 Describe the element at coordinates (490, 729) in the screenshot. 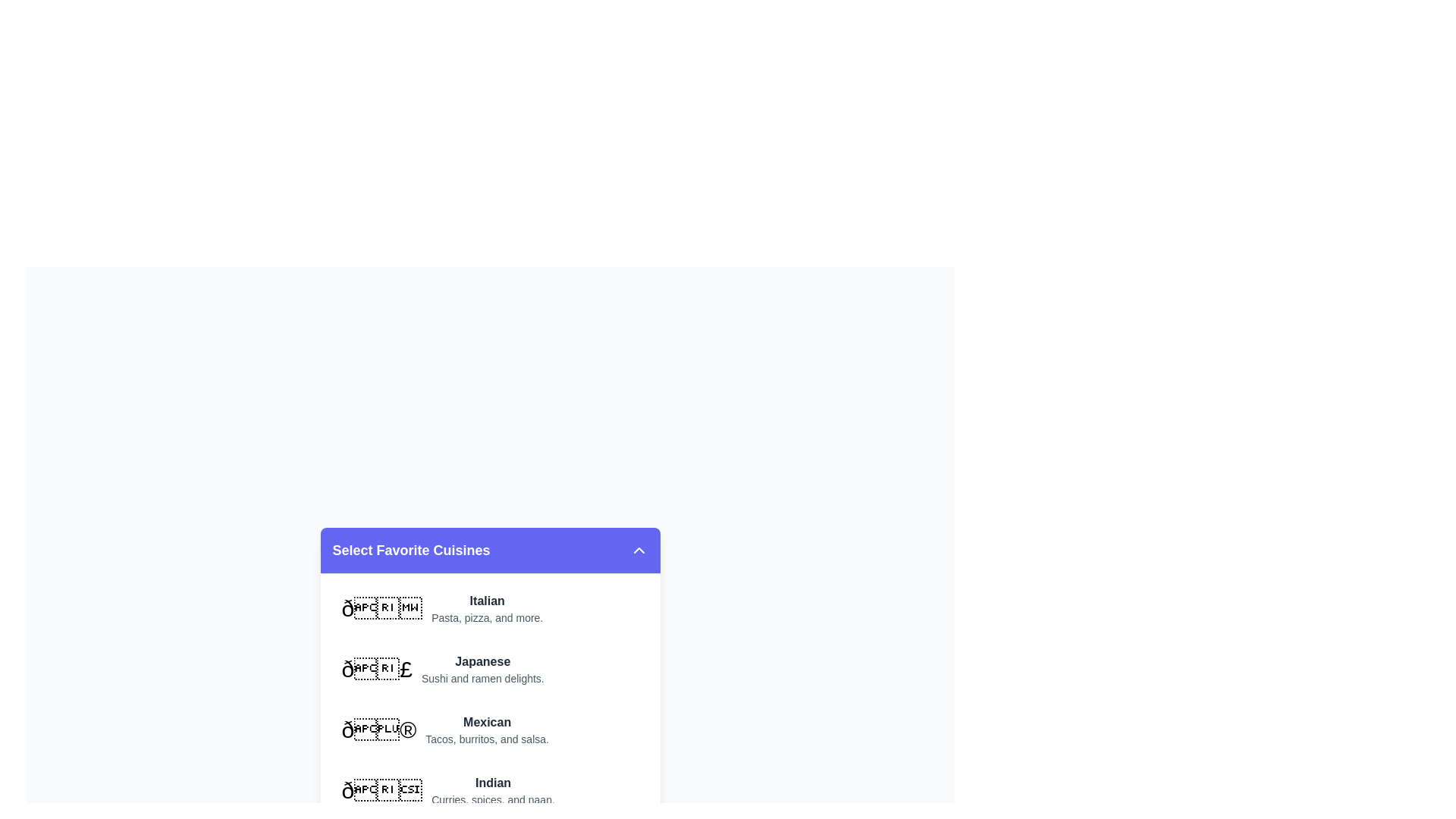

I see `the third list item representing 'Mexican' cuisine` at that location.